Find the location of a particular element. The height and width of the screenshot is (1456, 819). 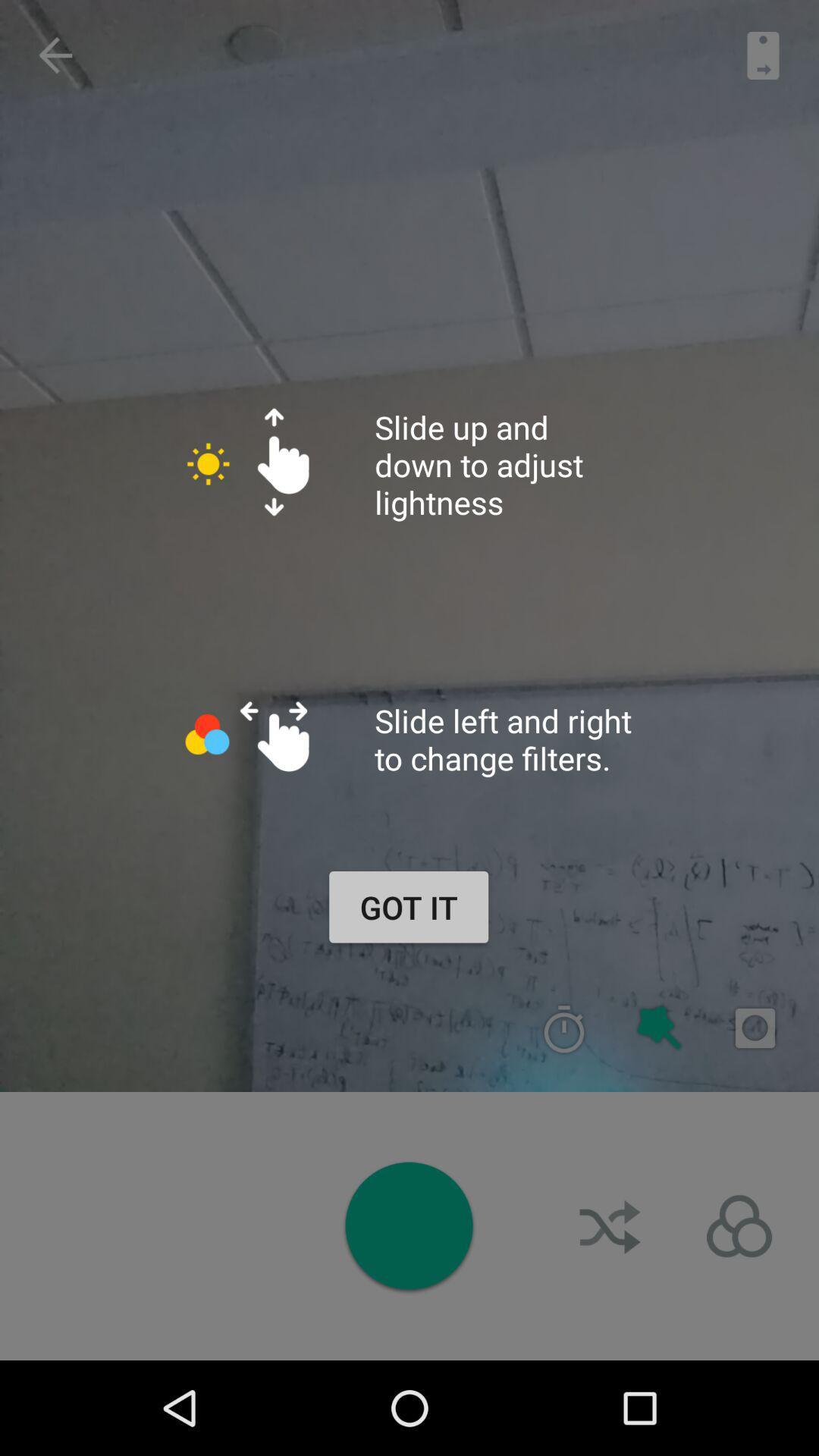

go back is located at coordinates (55, 55).